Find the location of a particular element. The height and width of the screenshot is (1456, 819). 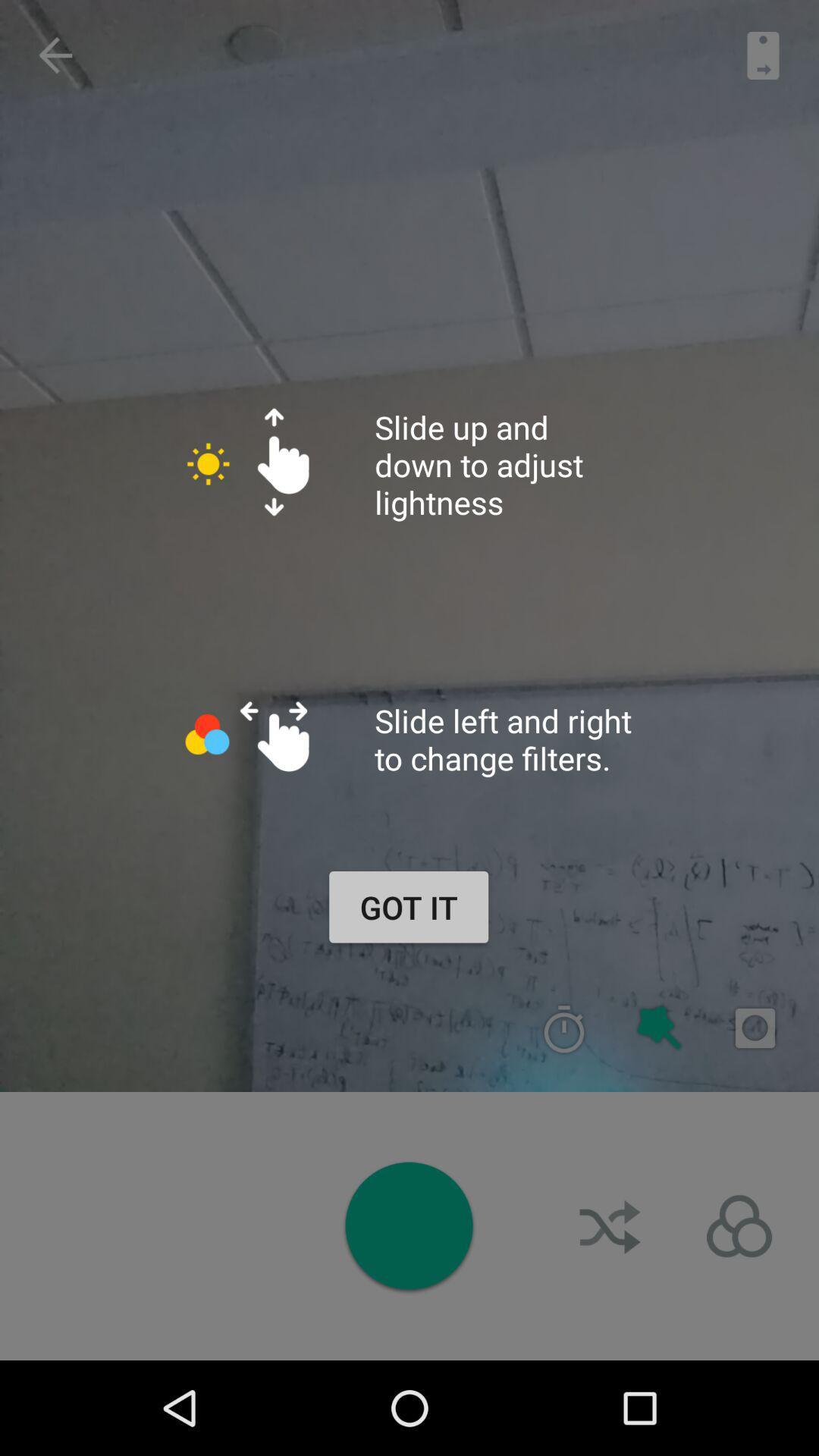

go back is located at coordinates (55, 55).